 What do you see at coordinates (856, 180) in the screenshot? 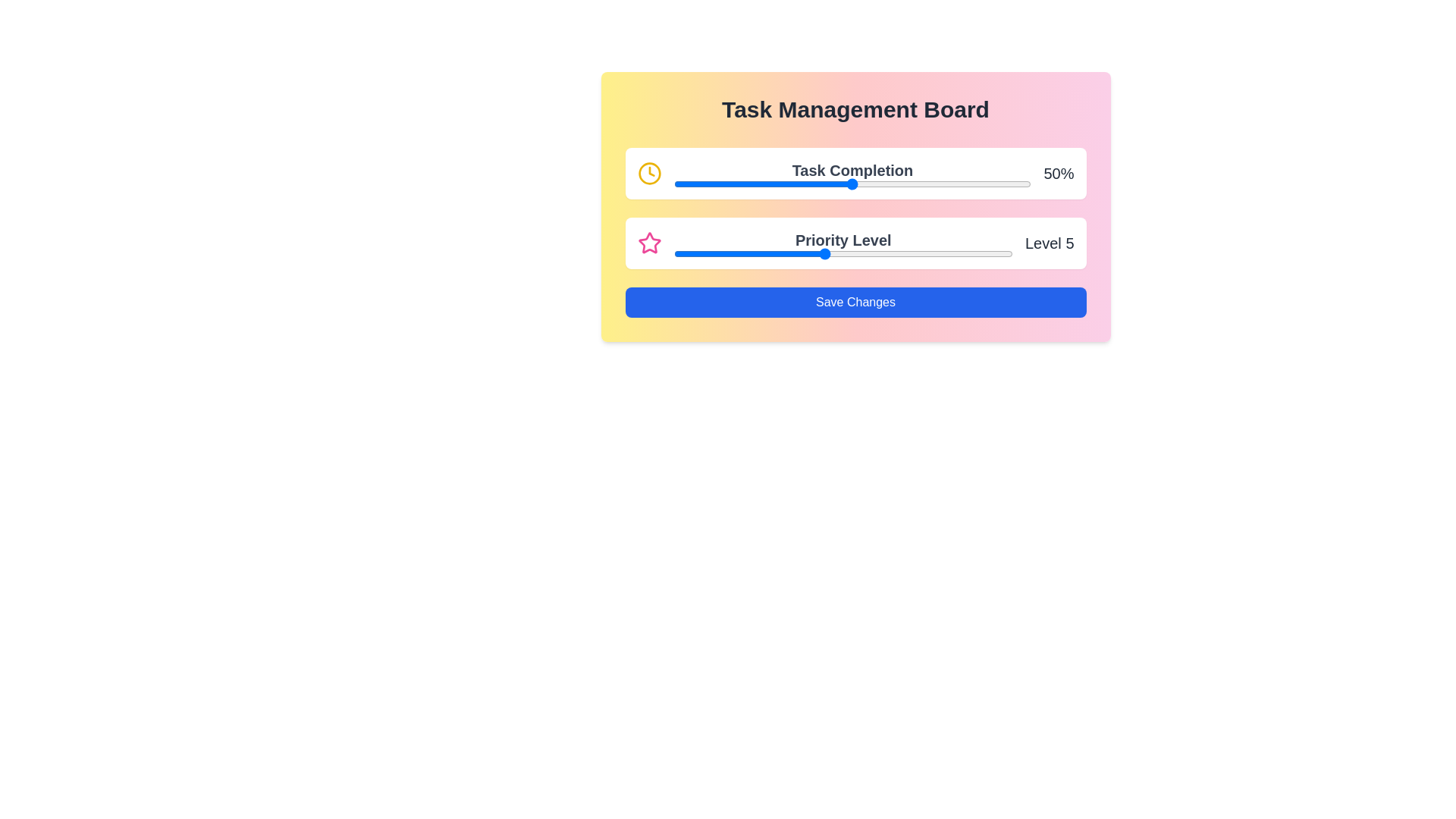
I see `task completion` at bounding box center [856, 180].